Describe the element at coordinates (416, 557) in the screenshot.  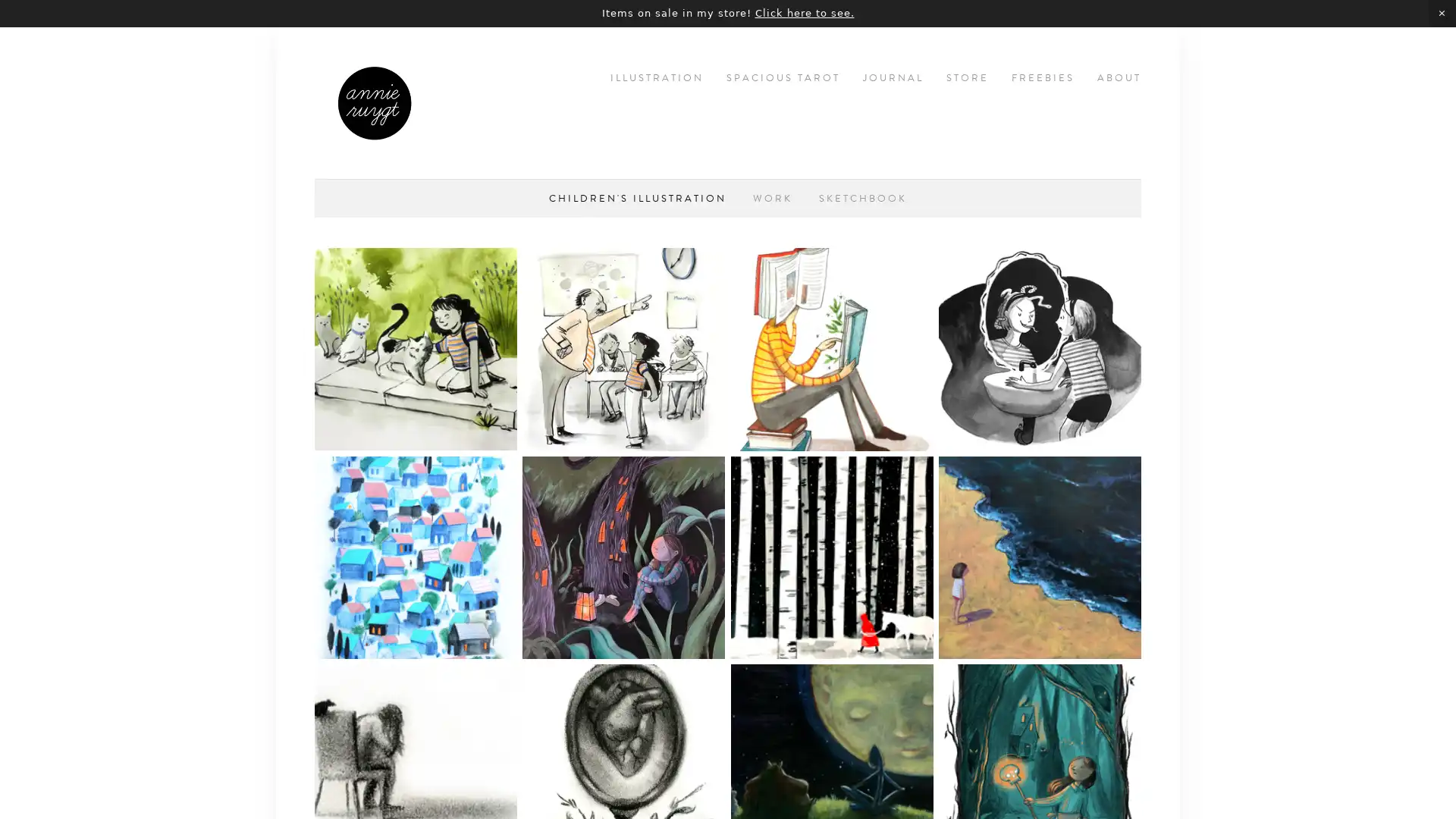
I see `View fullsize alone-2020-annie-ruygt .png` at that location.